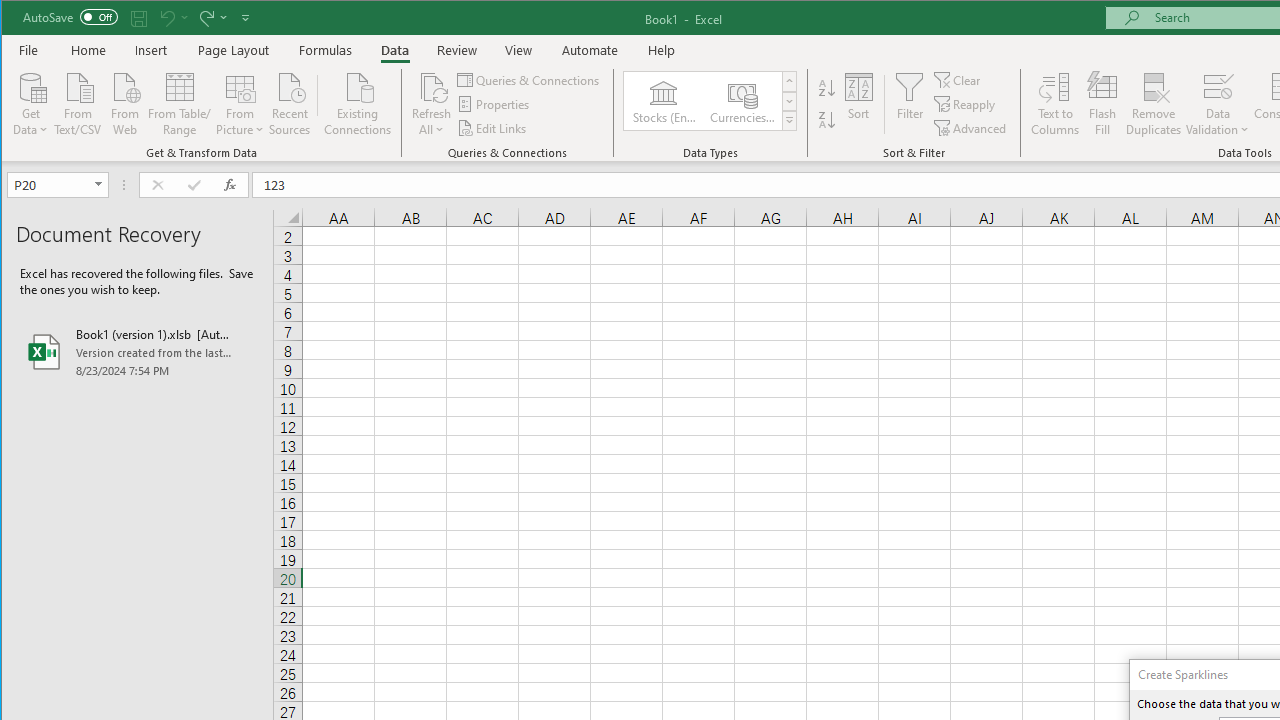  I want to click on 'Sort Smallest to Largest', so click(827, 87).